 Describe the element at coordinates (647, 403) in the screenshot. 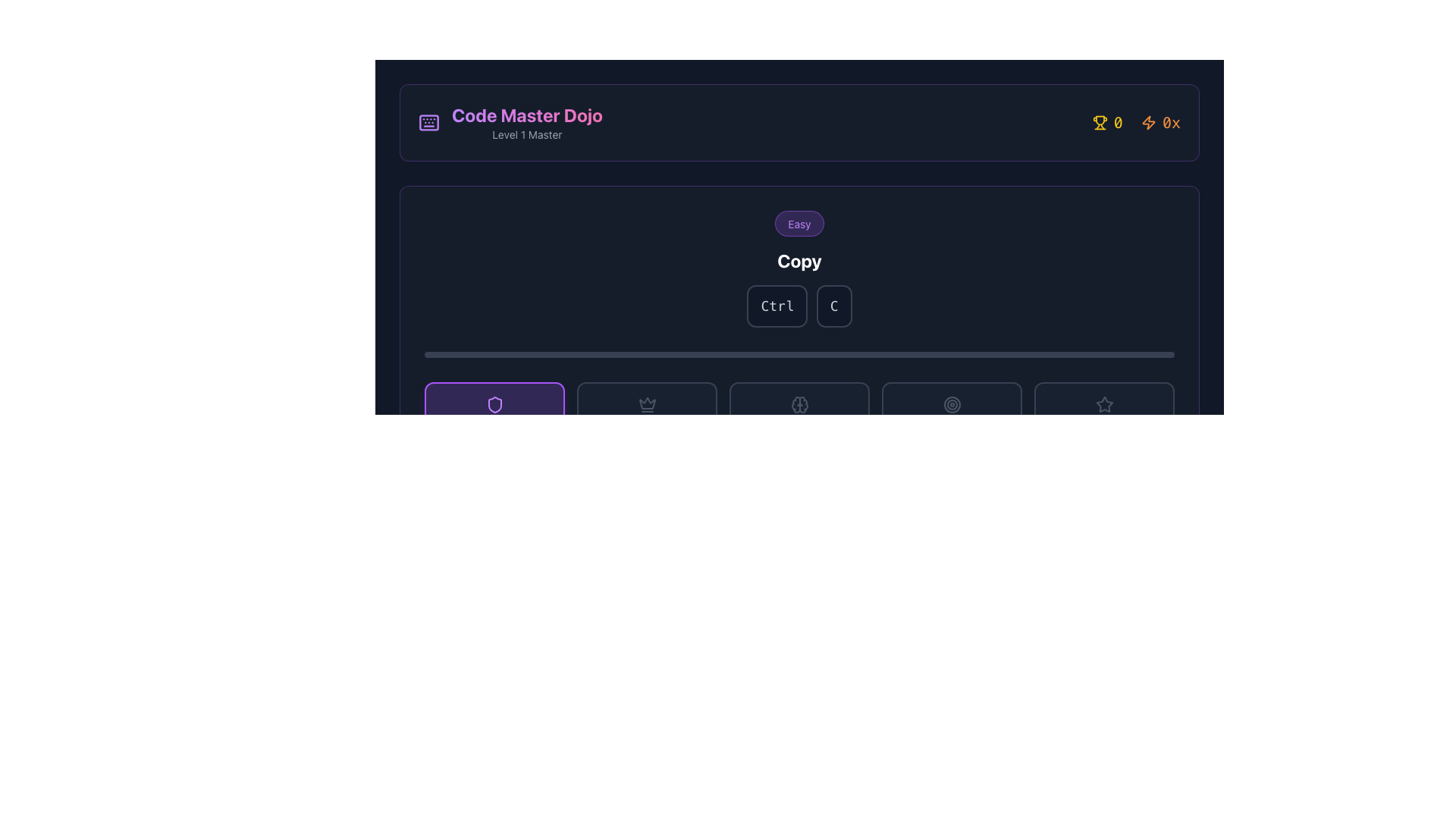

I see `the Icon Button featuring a crown icon, which is the third element in a horizontal row of five` at that location.